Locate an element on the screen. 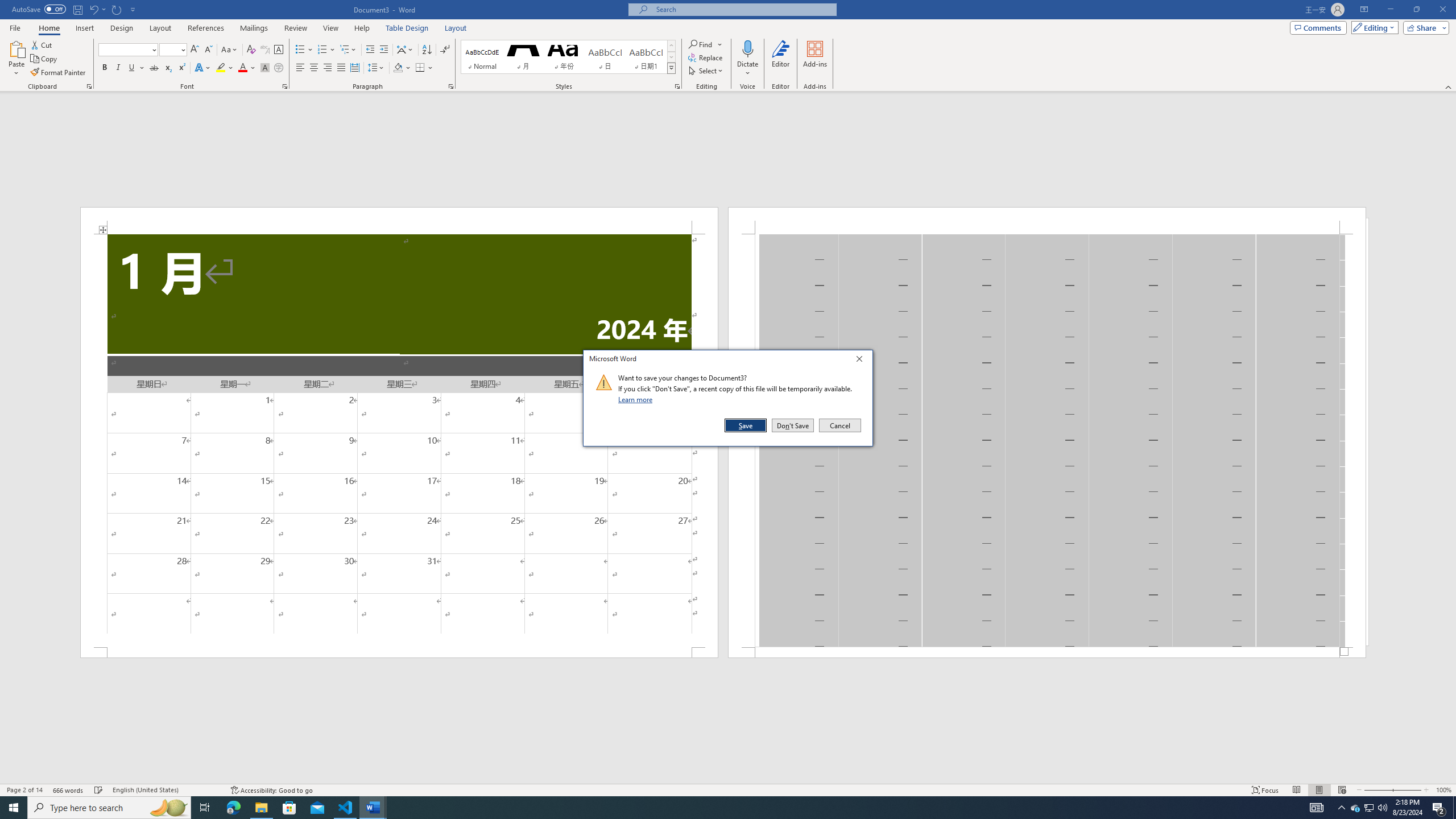 This screenshot has height=819, width=1456. 'Increase Indent' is located at coordinates (383, 49).